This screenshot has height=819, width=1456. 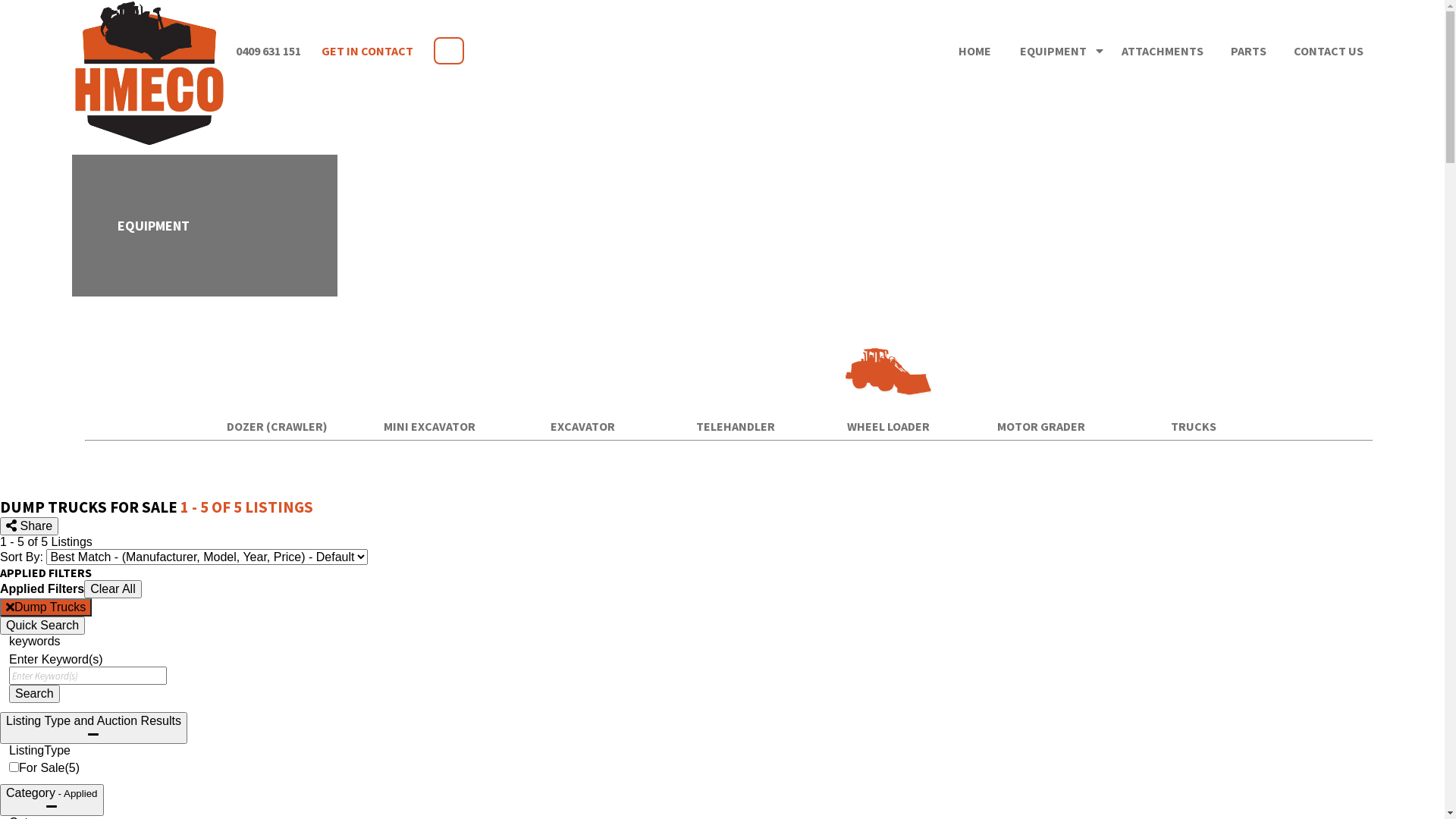 What do you see at coordinates (202, 426) in the screenshot?
I see `'DOZER (CRAWLER)'` at bounding box center [202, 426].